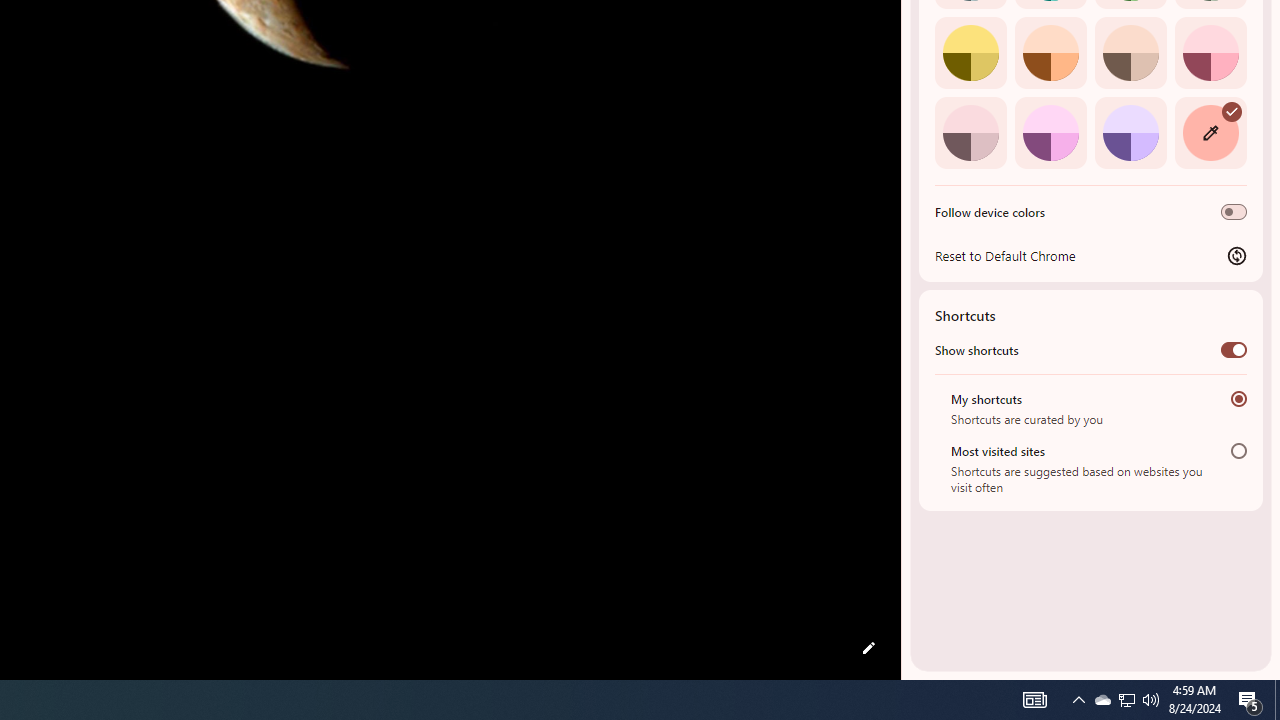 Image resolution: width=1280 pixels, height=720 pixels. I want to click on 'Orange', so click(1049, 51).